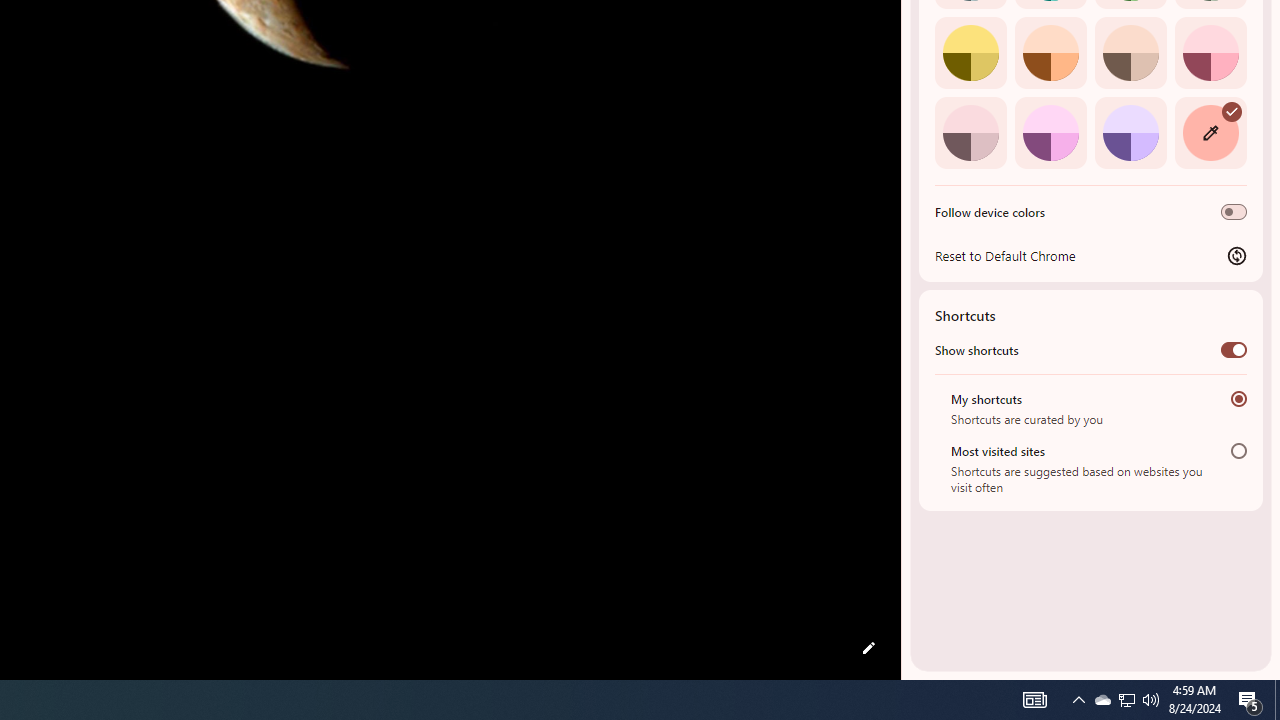 Image resolution: width=1280 pixels, height=720 pixels. I want to click on 'Orange', so click(1049, 51).